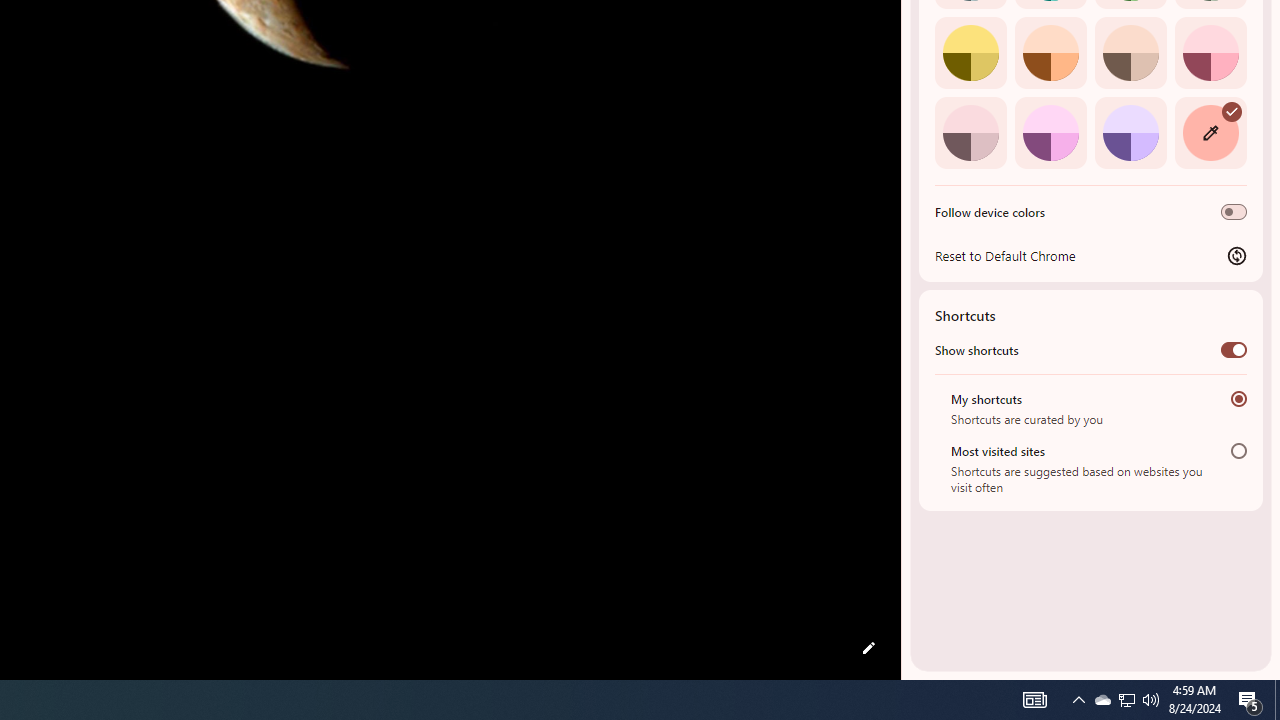 Image resolution: width=1280 pixels, height=720 pixels. I want to click on 'Orange', so click(1049, 51).